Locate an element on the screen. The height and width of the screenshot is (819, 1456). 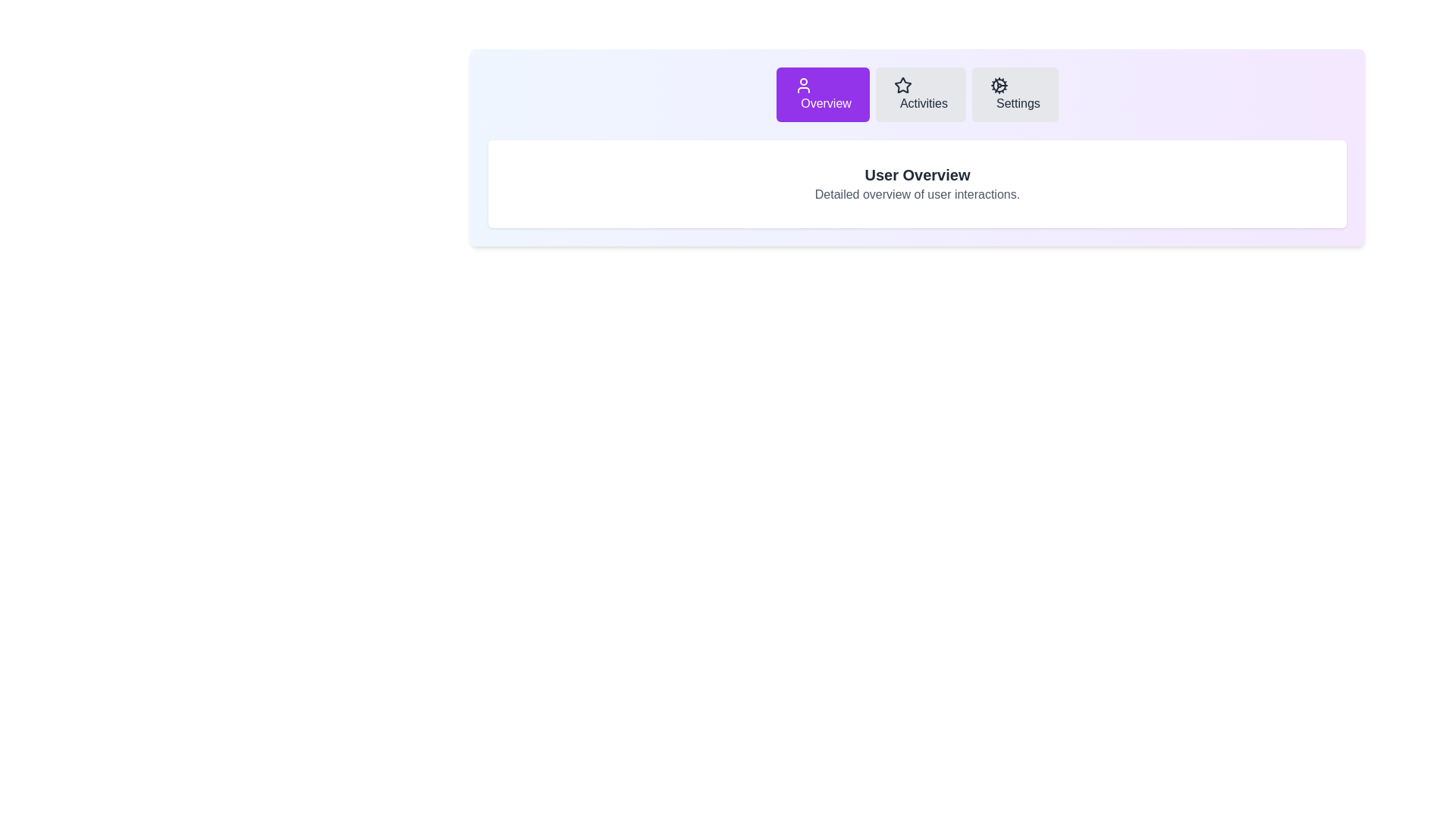
the 'Settings' button which contains the gear-shaped icon for configuration options is located at coordinates (999, 85).